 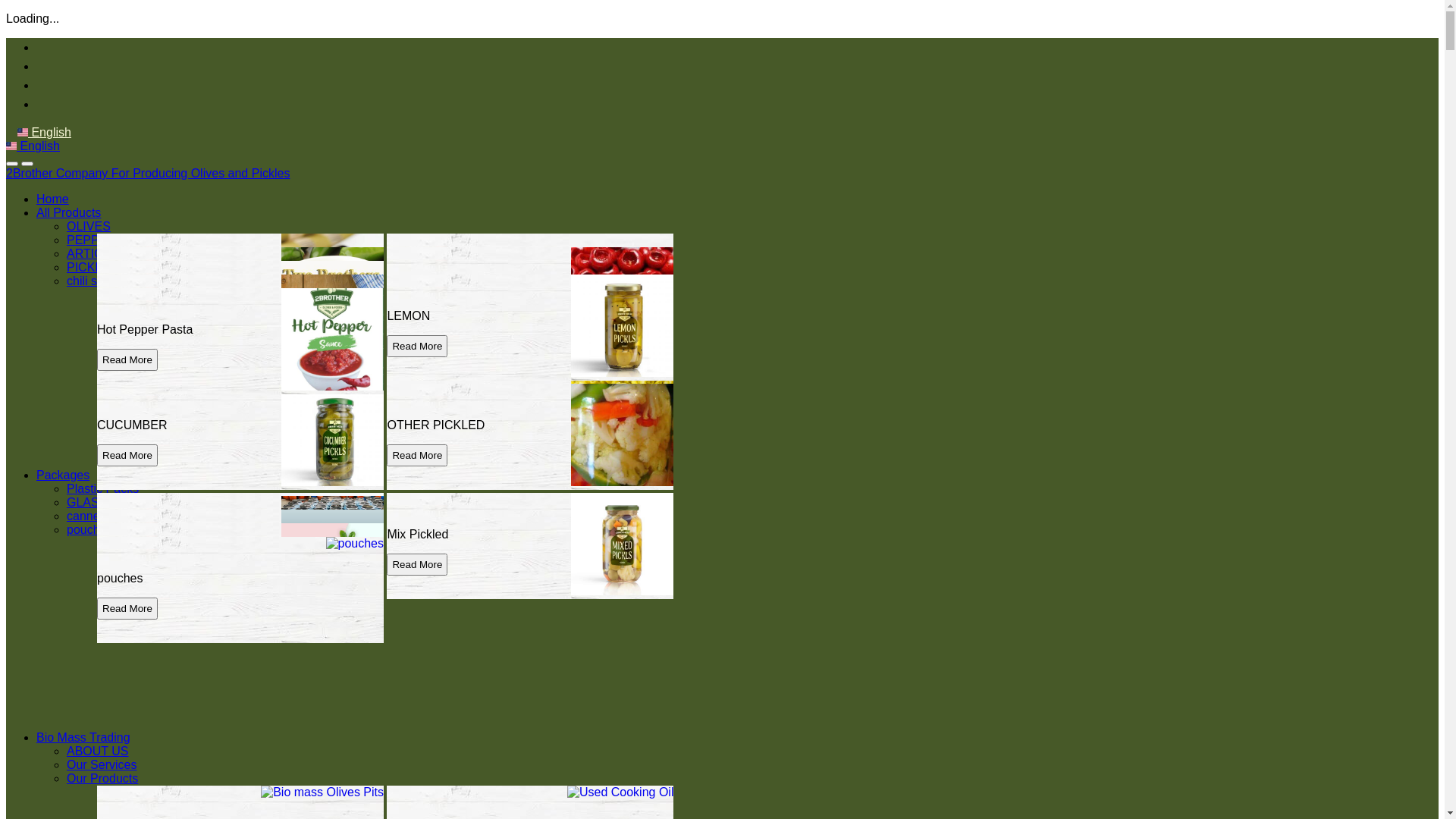 I want to click on 'Plastic Packs', so click(x=102, y=488).